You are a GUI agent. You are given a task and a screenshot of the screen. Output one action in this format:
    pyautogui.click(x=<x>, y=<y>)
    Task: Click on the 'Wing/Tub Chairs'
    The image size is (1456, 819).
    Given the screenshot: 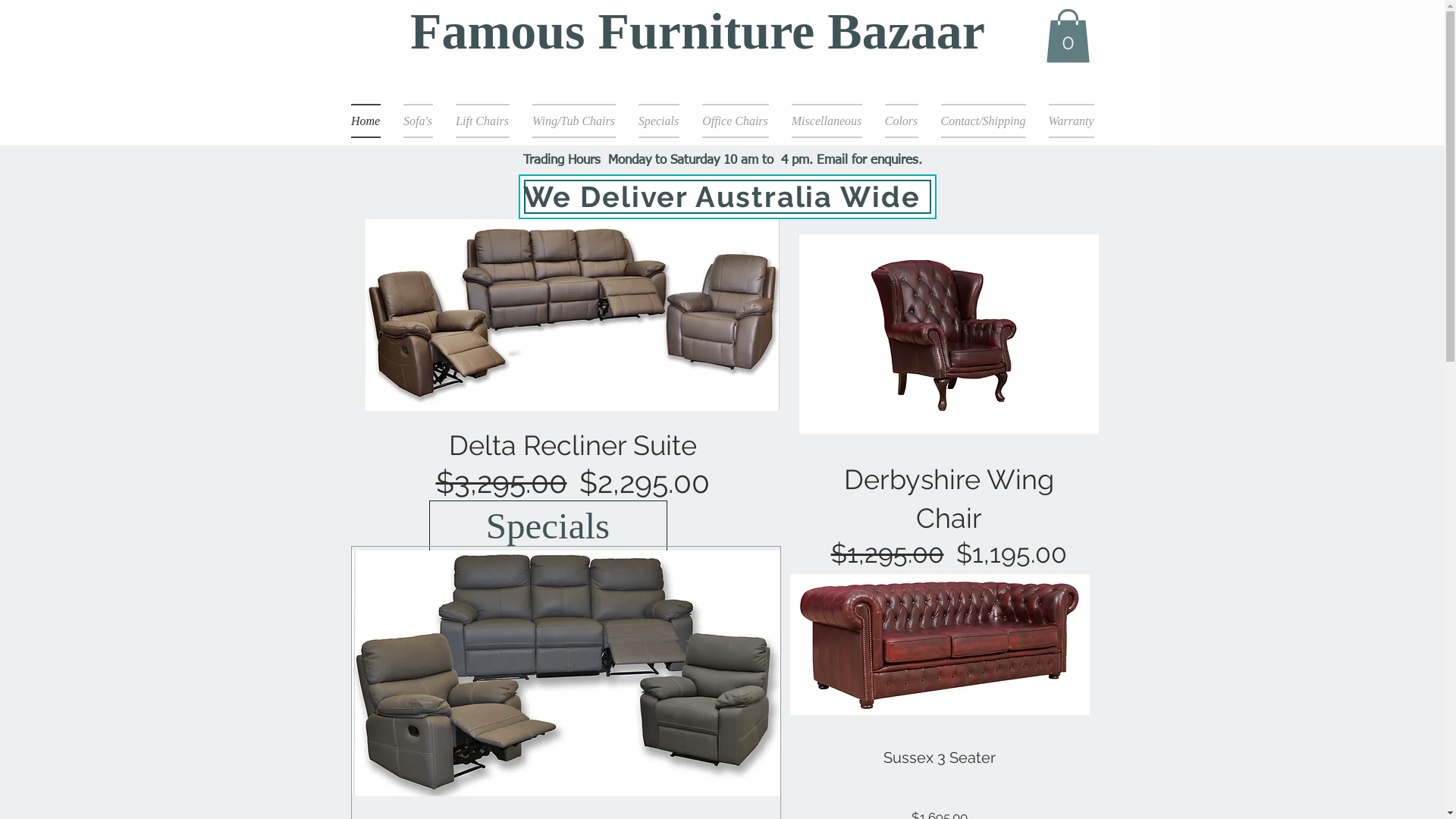 What is the action you would take?
    pyautogui.click(x=573, y=120)
    